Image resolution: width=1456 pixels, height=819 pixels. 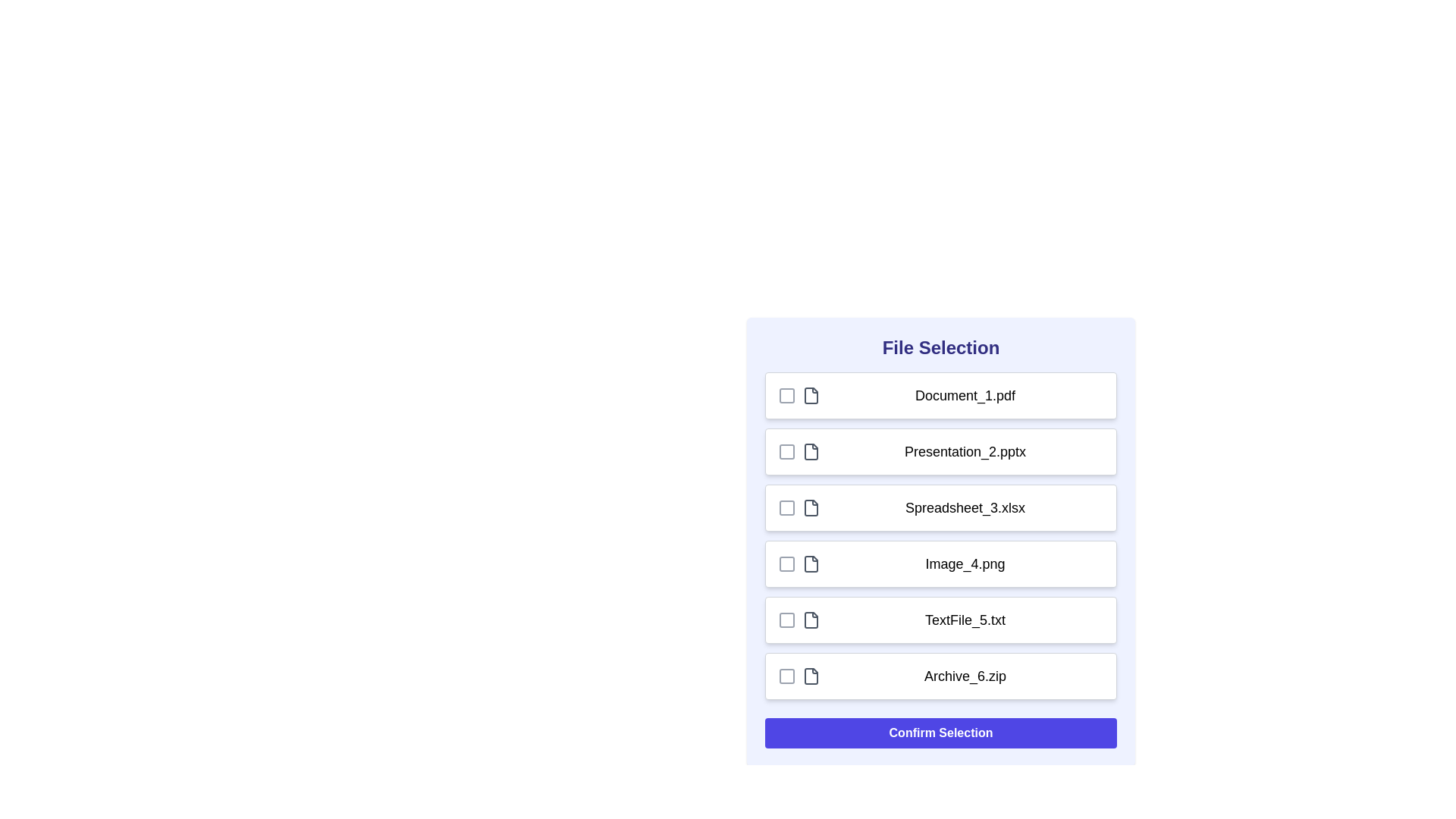 What do you see at coordinates (786, 508) in the screenshot?
I see `the checkbox corresponding to Spreadsheet_3.xlsx` at bounding box center [786, 508].